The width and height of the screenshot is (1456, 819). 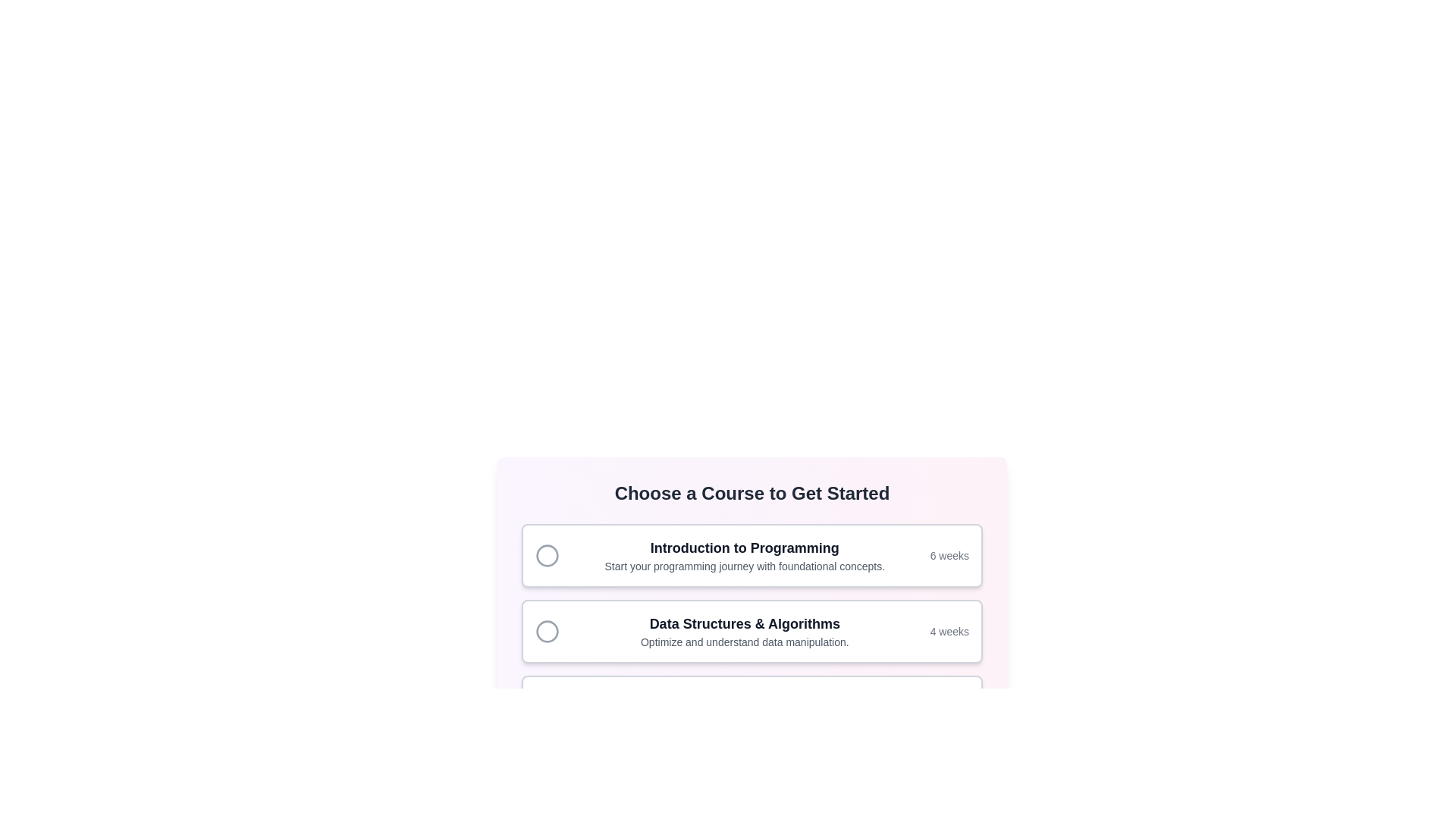 I want to click on text content of the Header that displays 'Choose a Course to Get Started', which is a bold and centered heading in a large font size and dark gray color, positioned above the course options, so click(x=752, y=494).